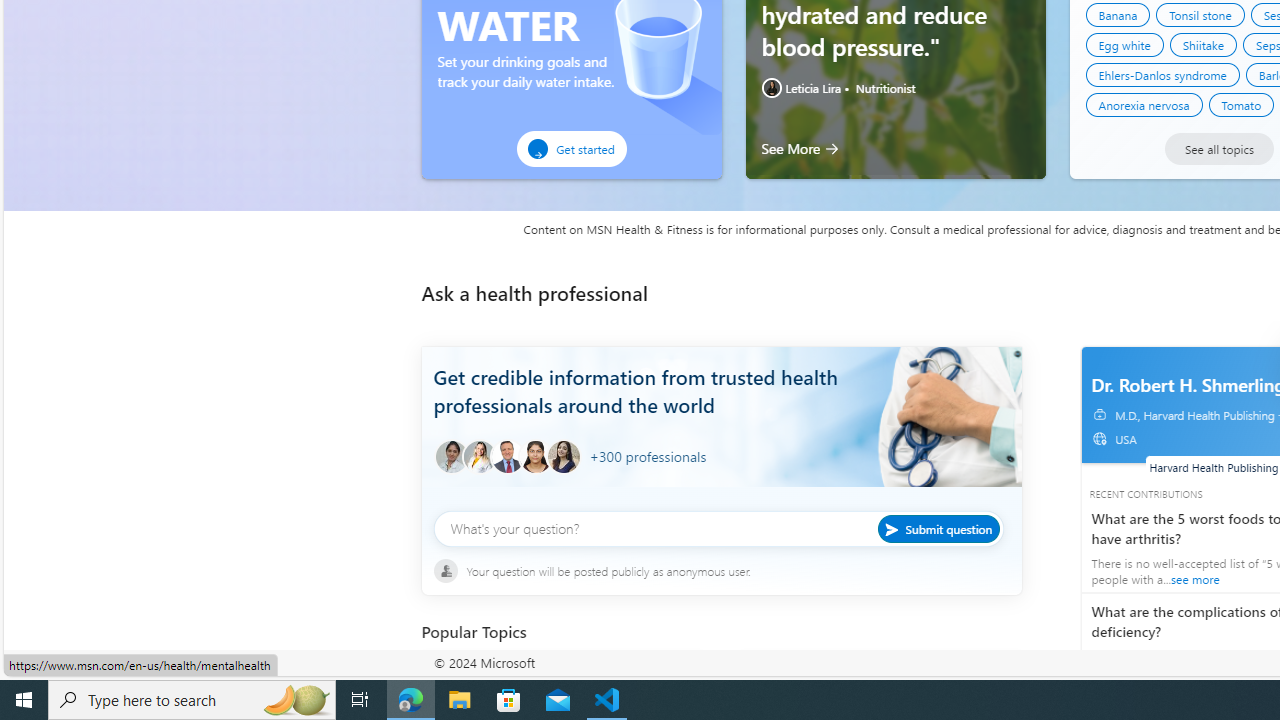 This screenshot has height=720, width=1280. I want to click on 'Submit question', so click(937, 527).